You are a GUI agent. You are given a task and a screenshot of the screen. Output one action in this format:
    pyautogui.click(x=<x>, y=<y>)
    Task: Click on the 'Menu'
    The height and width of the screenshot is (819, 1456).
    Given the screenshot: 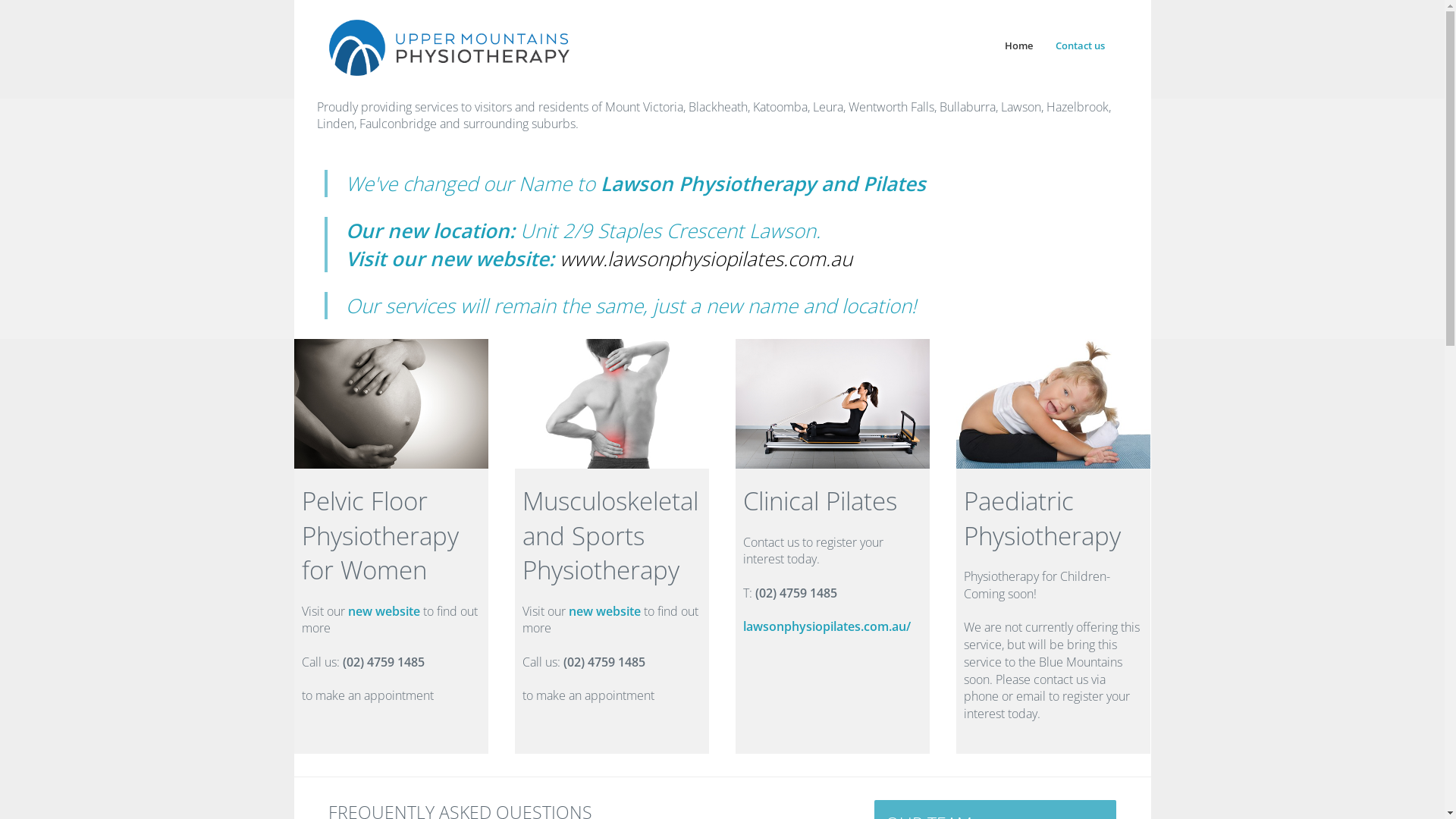 What is the action you would take?
    pyautogui.click(x=1443, y=8)
    